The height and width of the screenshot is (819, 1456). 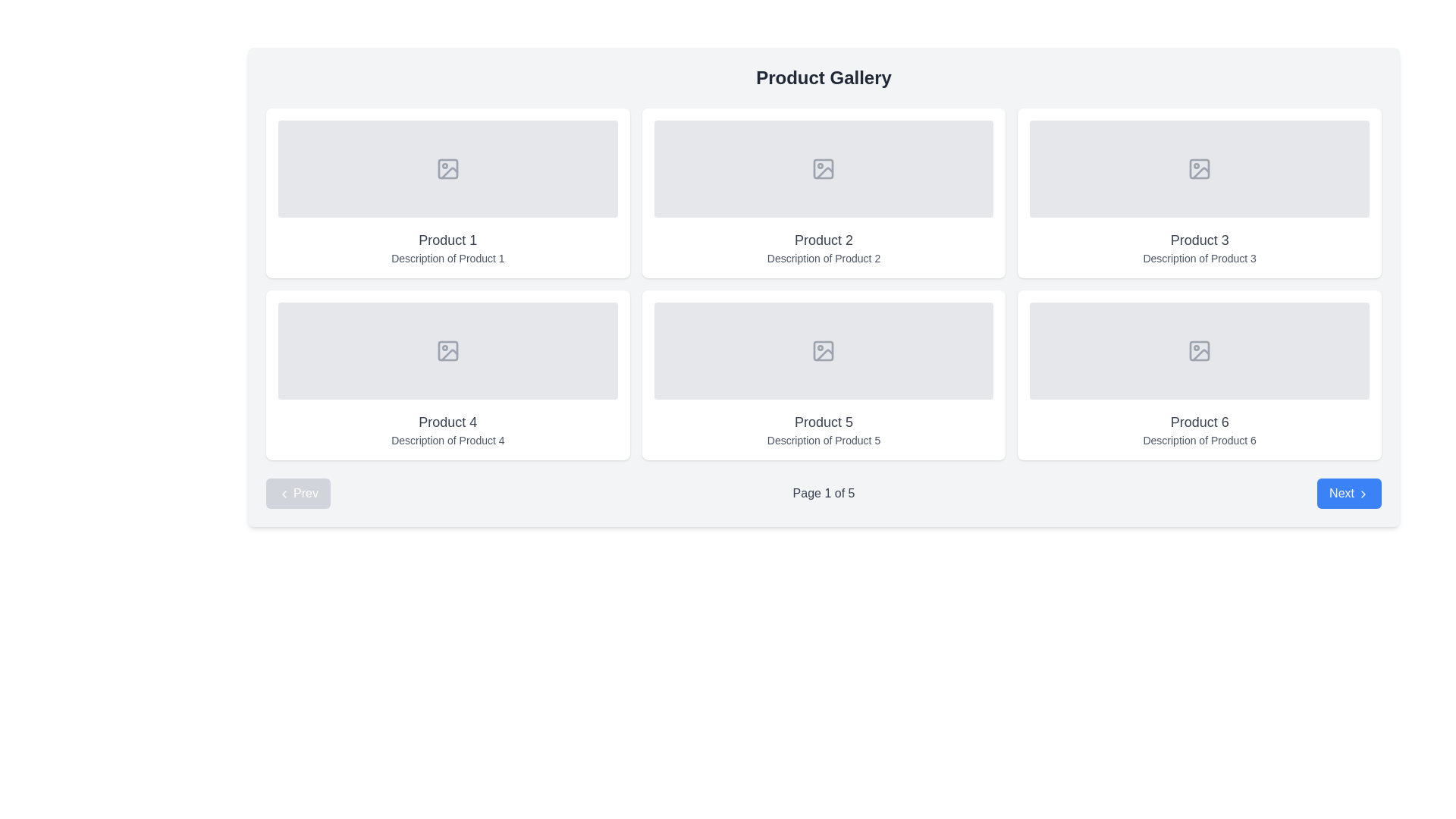 What do you see at coordinates (1199, 169) in the screenshot?
I see `the image placeholder for 'Product 3,' located in the top row of the grid, third column from the left` at bounding box center [1199, 169].